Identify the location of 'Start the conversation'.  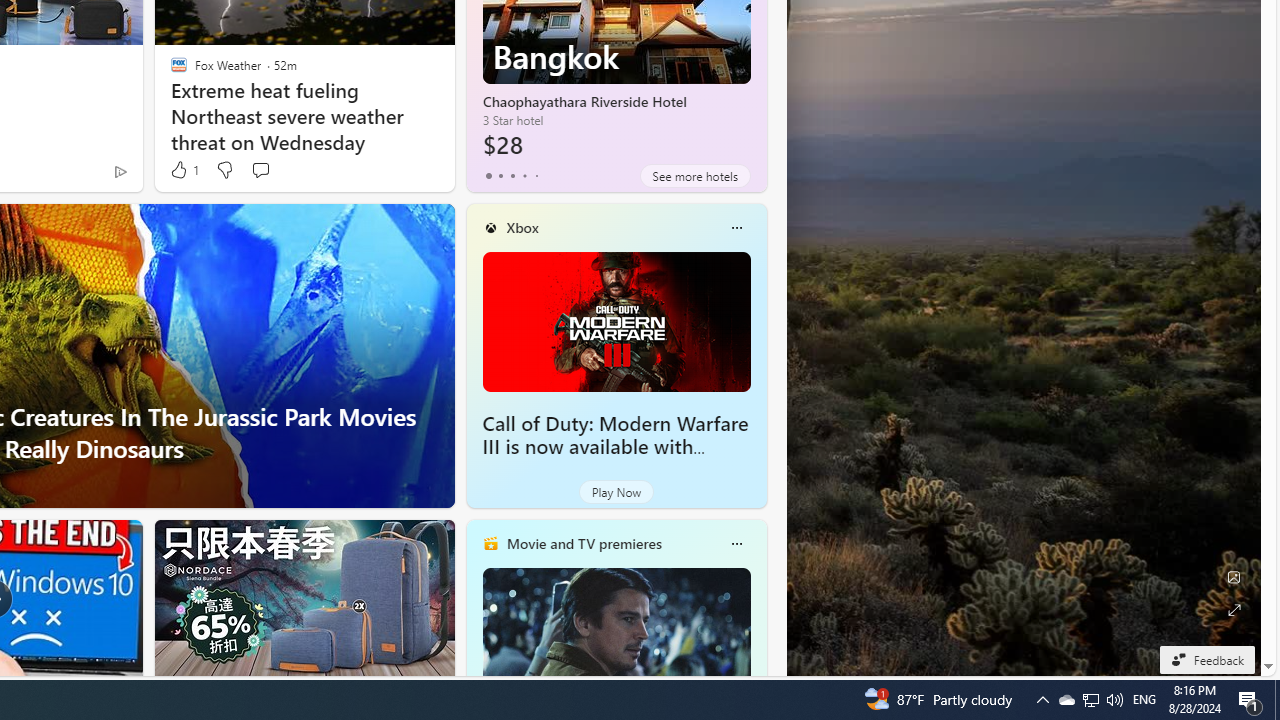
(259, 168).